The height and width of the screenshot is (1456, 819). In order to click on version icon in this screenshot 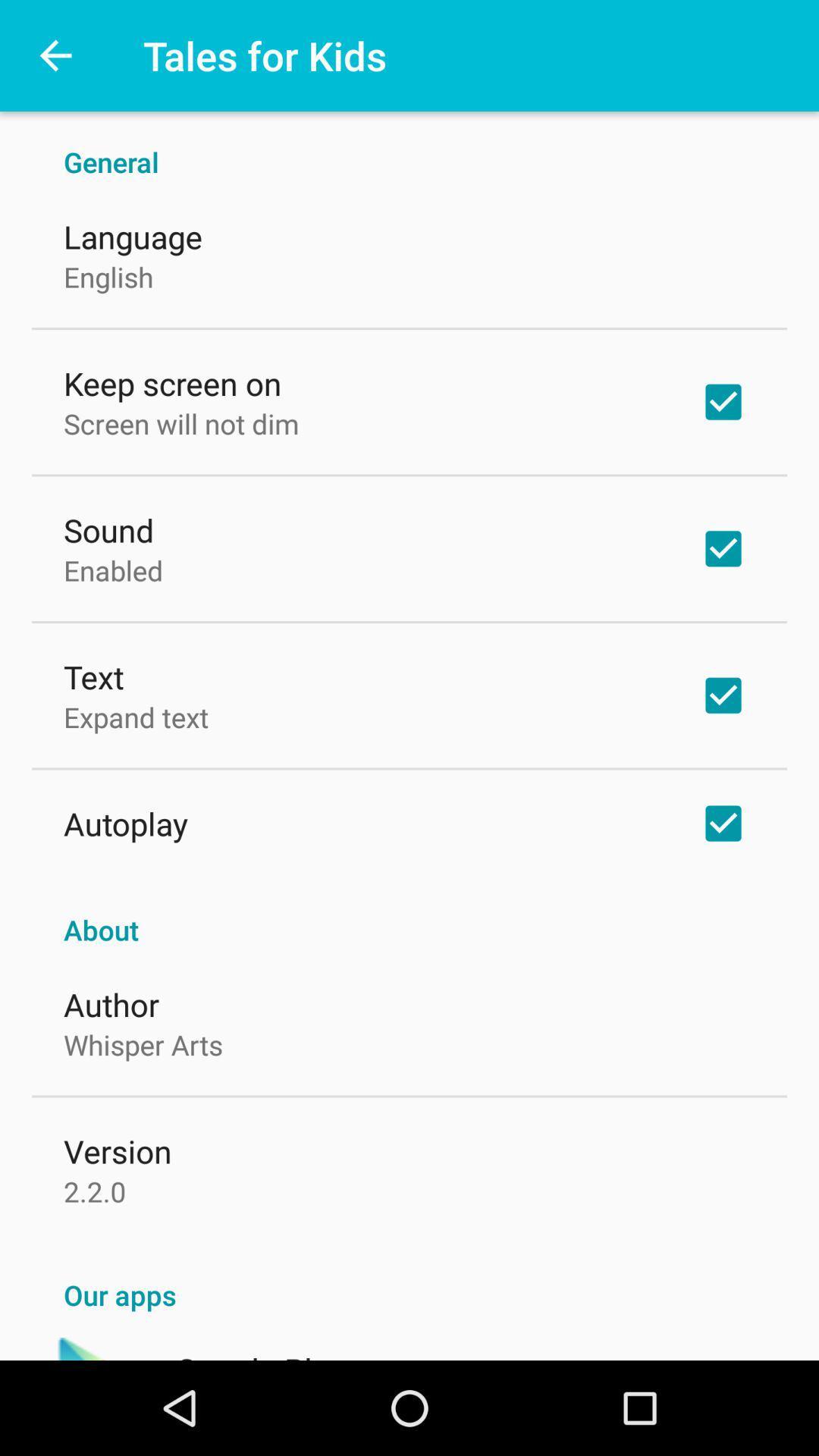, I will do `click(117, 1150)`.